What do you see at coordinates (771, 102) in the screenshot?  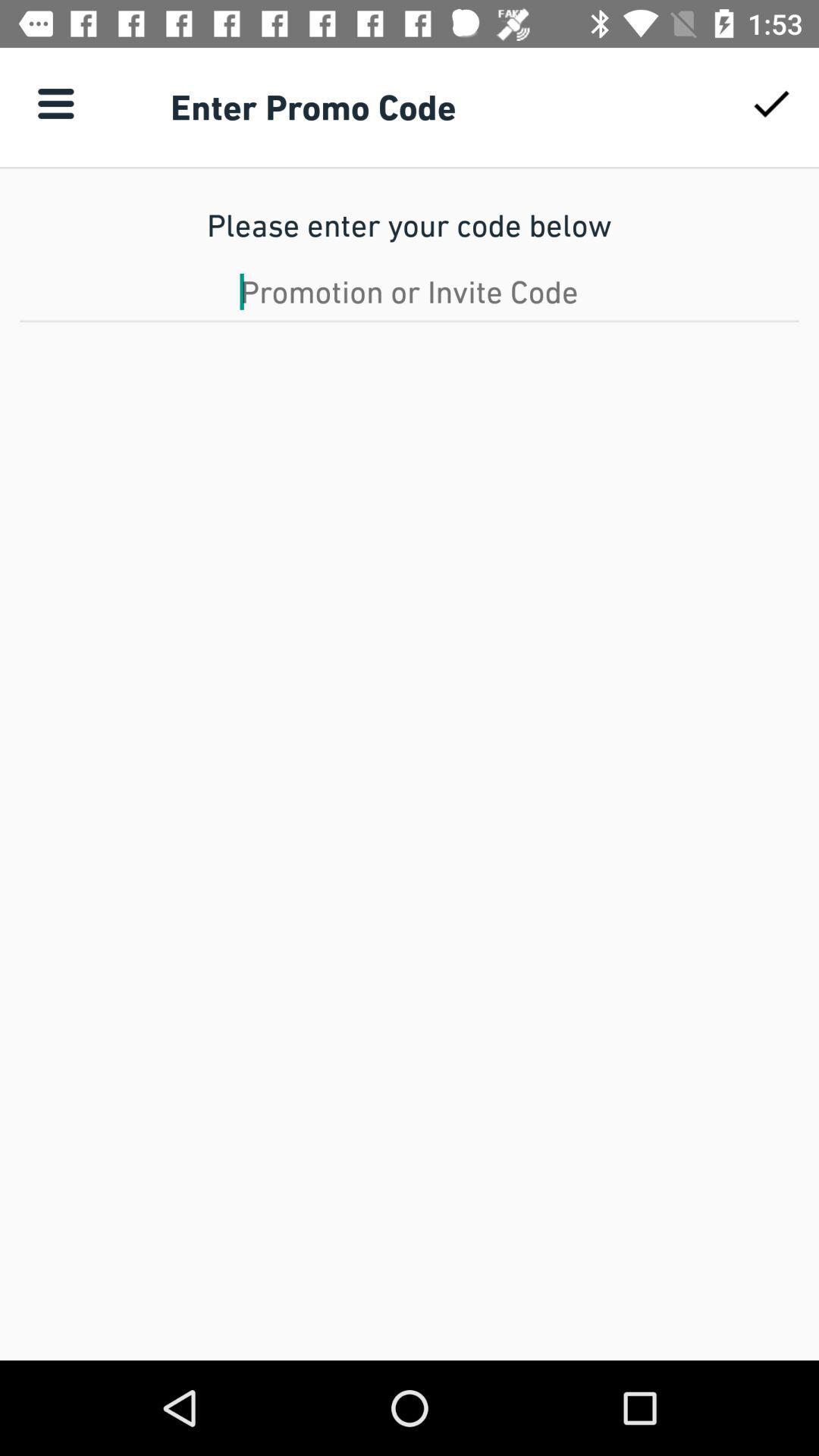 I see `icon above the please enter your item` at bounding box center [771, 102].